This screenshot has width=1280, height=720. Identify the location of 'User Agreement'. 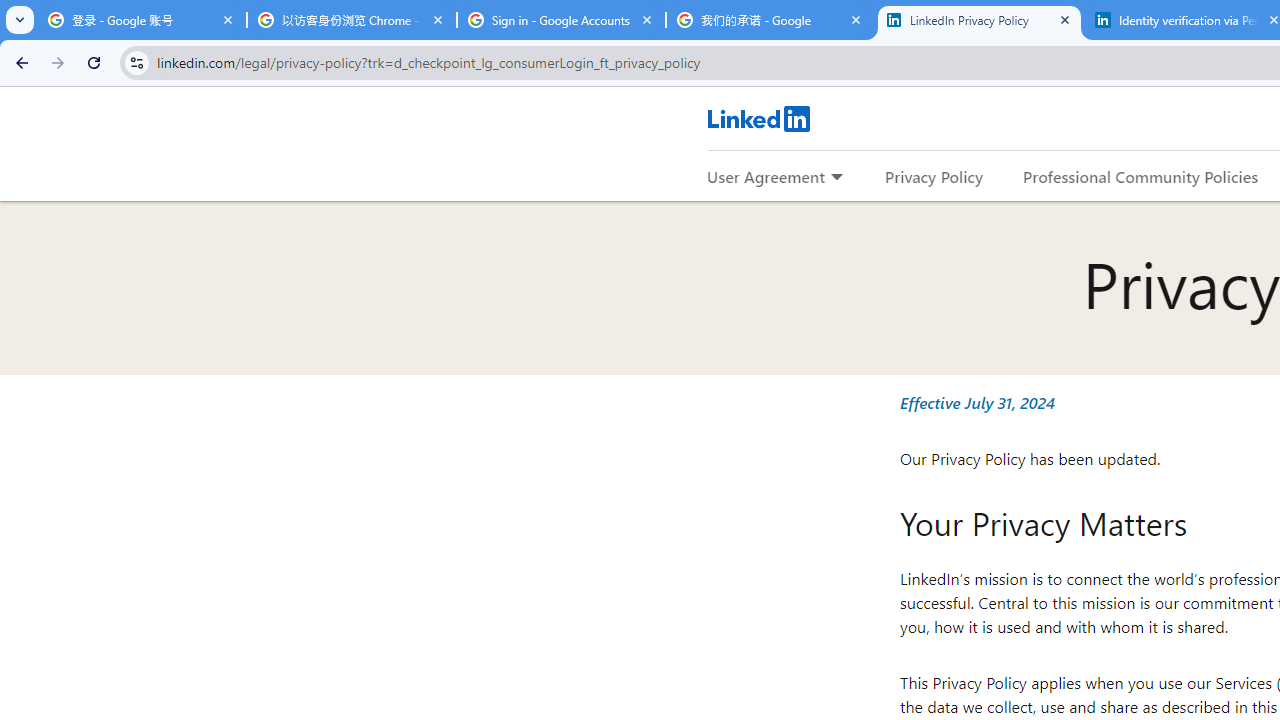
(765, 175).